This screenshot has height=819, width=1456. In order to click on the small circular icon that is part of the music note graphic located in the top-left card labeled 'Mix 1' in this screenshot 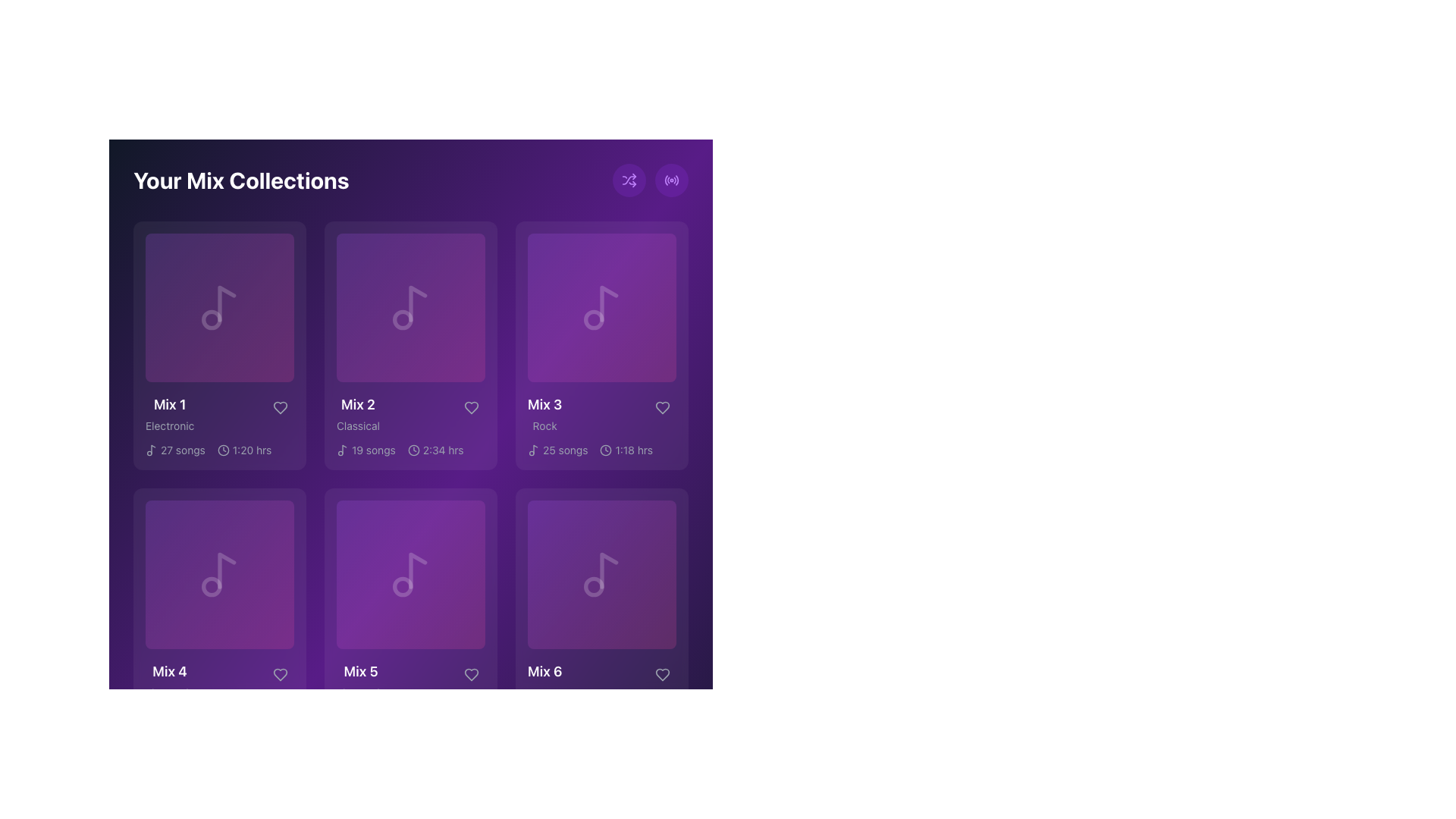, I will do `click(211, 318)`.